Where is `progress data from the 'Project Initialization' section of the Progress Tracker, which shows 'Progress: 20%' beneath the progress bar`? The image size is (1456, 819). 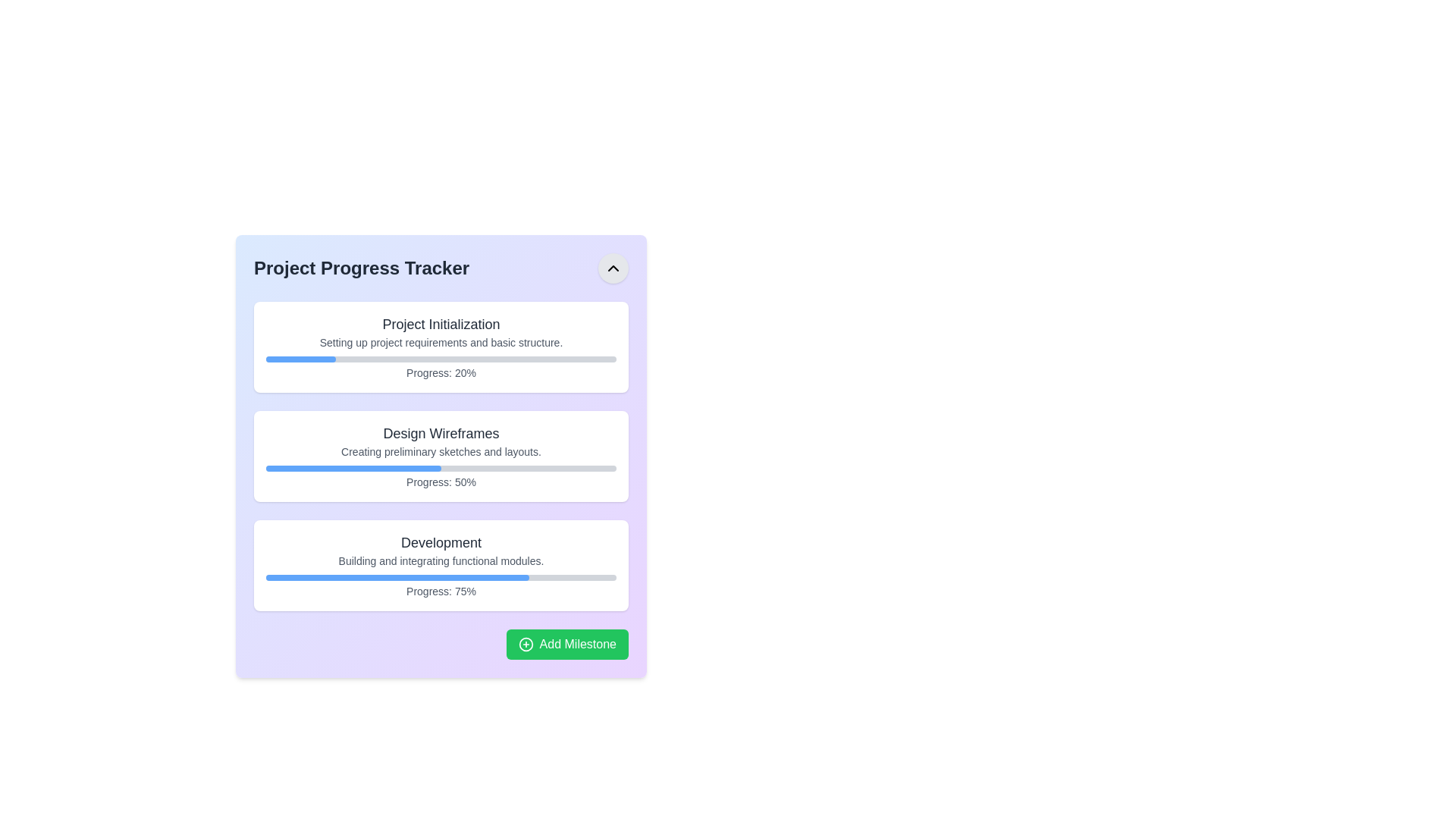
progress data from the 'Project Initialization' section of the Progress Tracker, which shows 'Progress: 20%' beneath the progress bar is located at coordinates (440, 347).